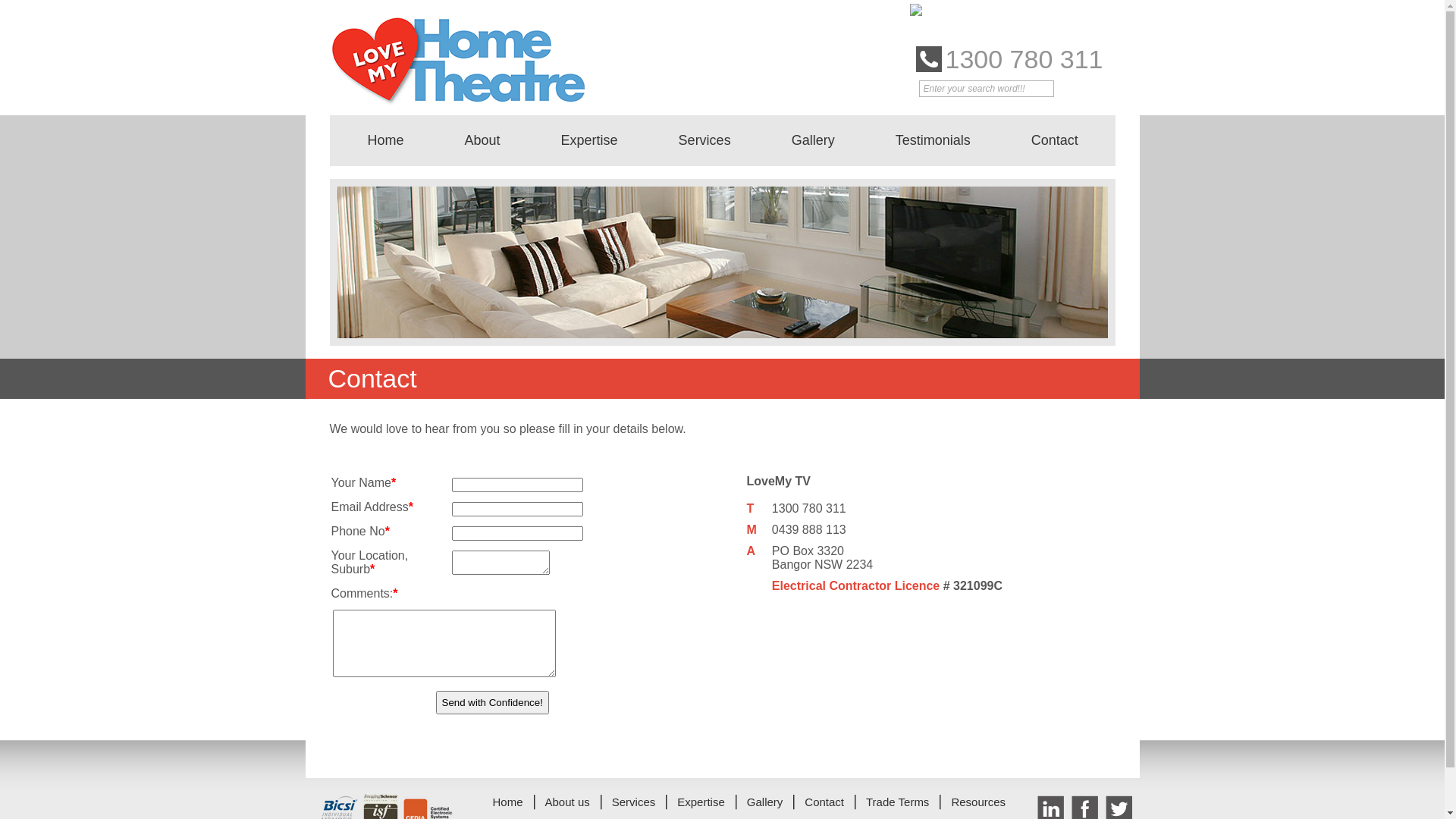 This screenshot has width=1456, height=819. What do you see at coordinates (336, 140) in the screenshot?
I see `'Home'` at bounding box center [336, 140].